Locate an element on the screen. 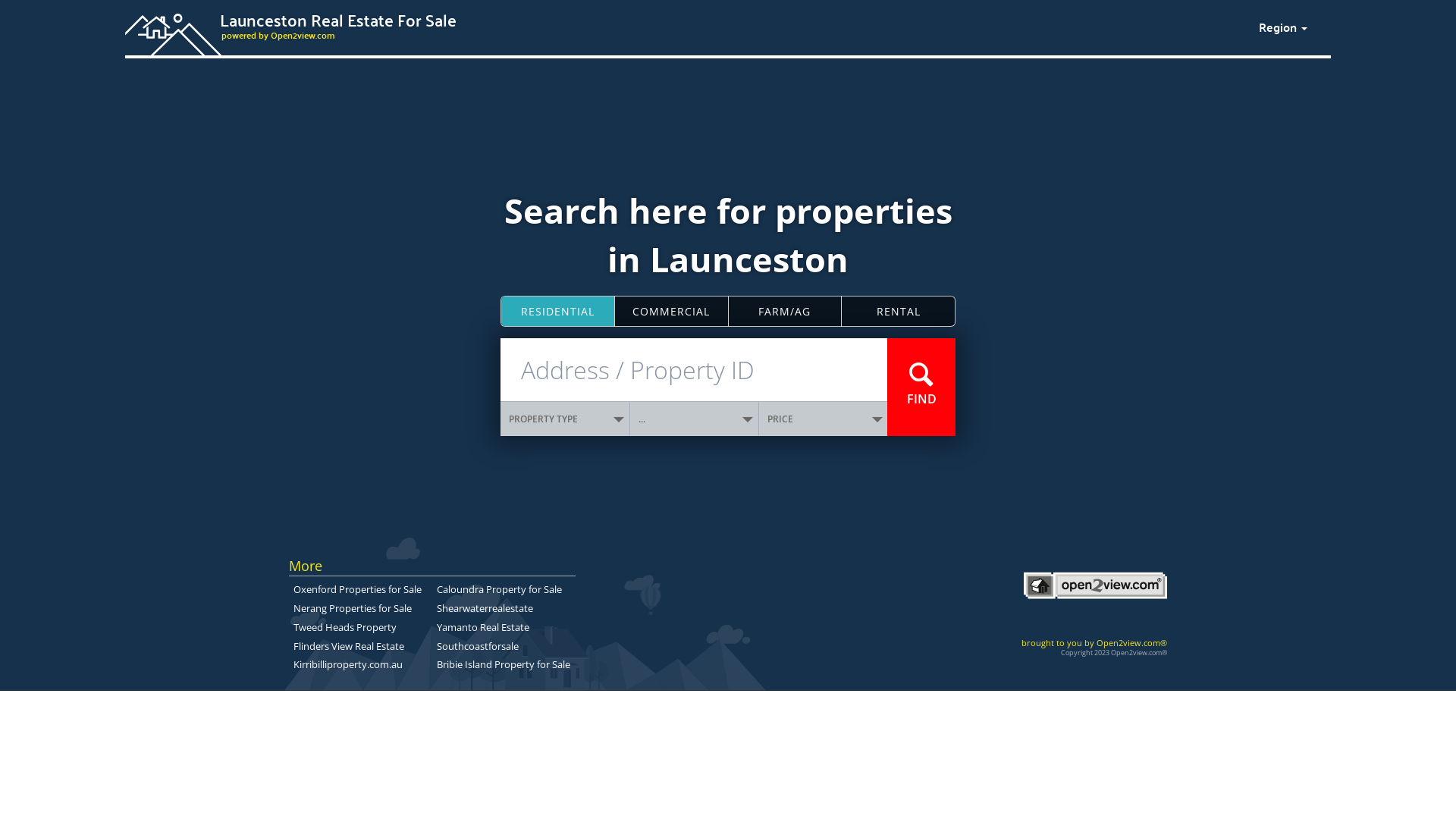 The height and width of the screenshot is (819, 1456). 'Tweed Heads Property' is located at coordinates (344, 626).